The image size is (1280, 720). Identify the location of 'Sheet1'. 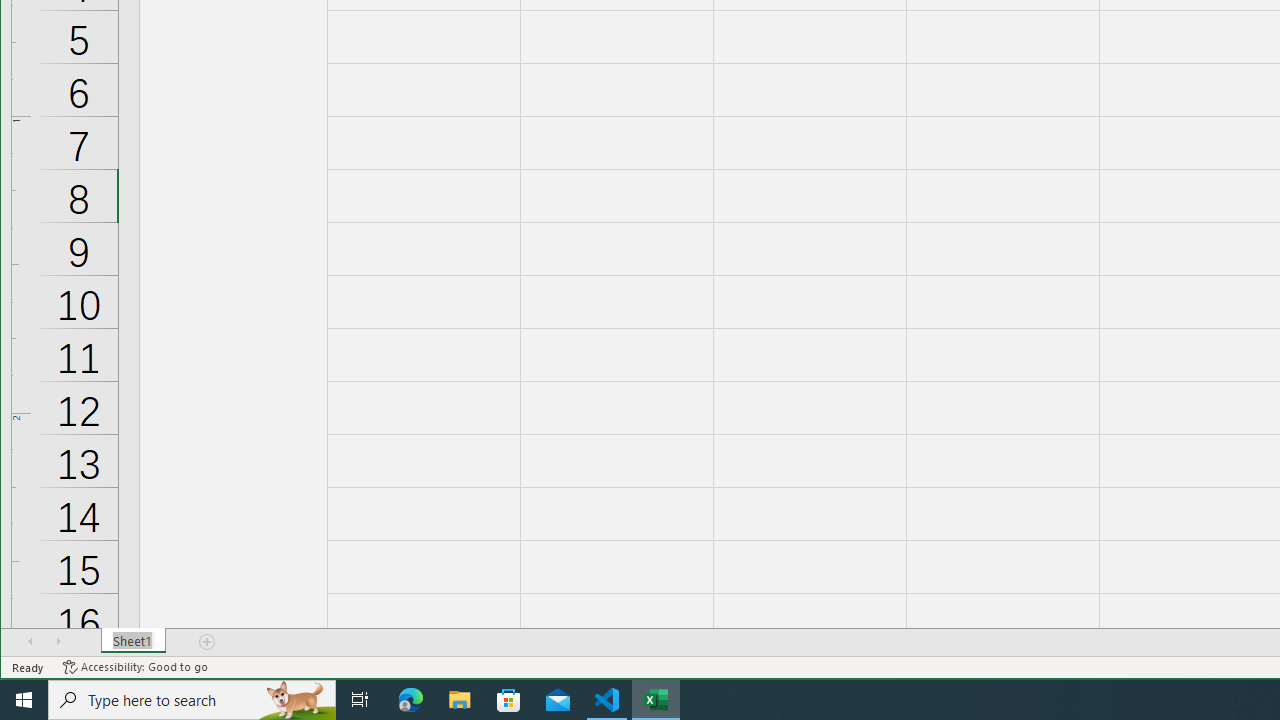
(132, 641).